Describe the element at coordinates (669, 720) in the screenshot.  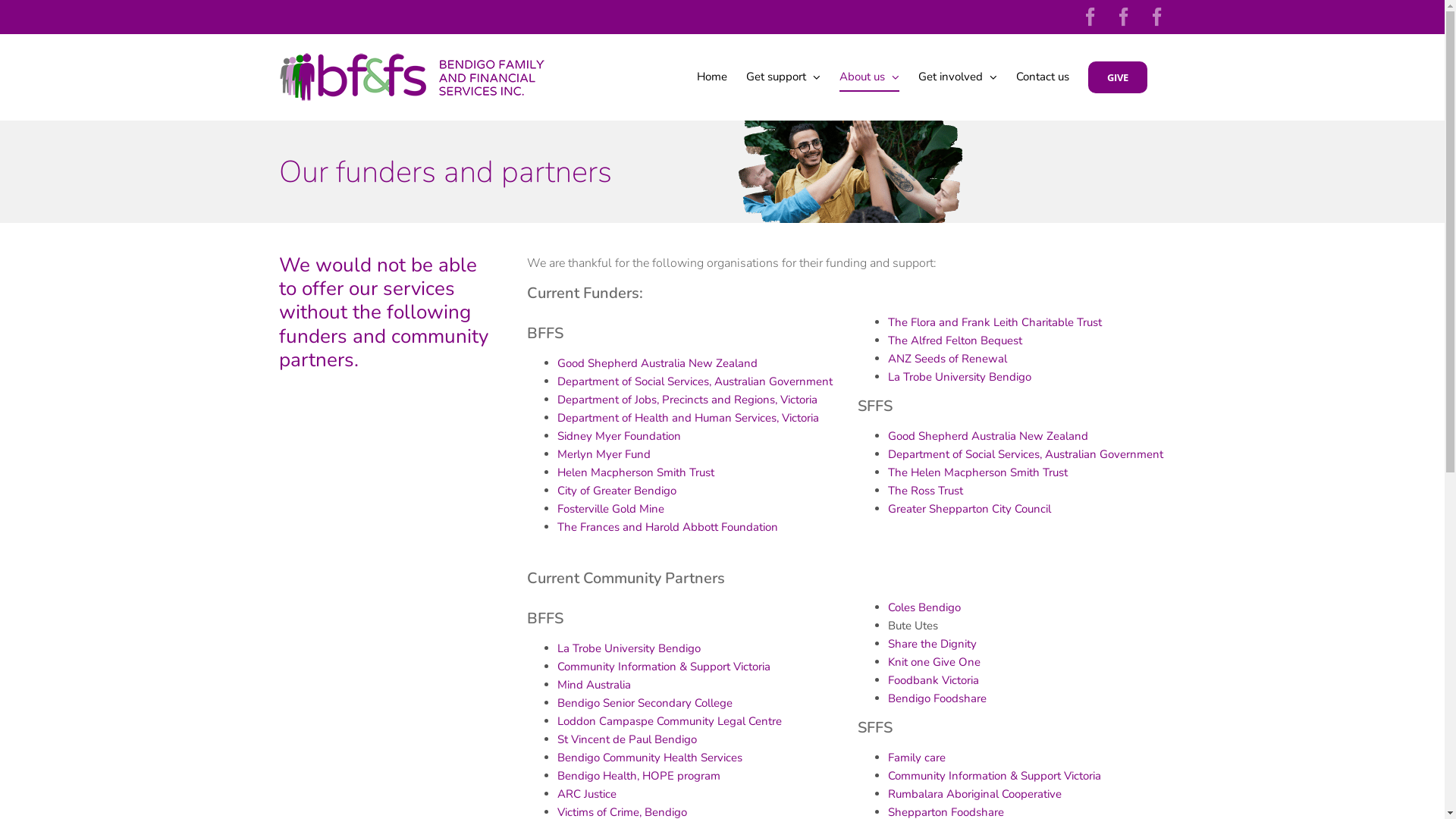
I see `'Loddon Campaspe Community Legal Centre'` at that location.